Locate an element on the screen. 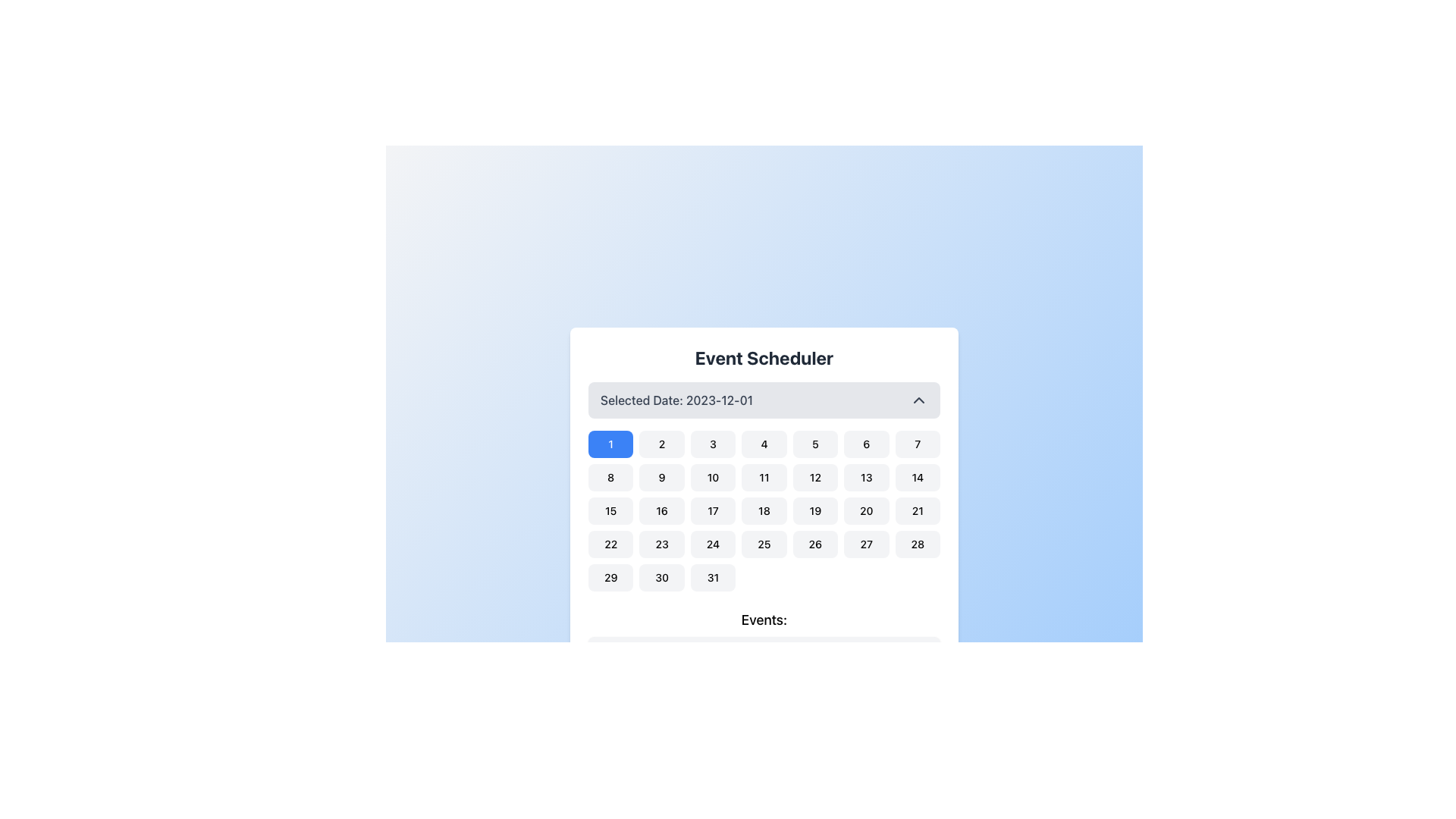  the small button with a light gray background and rounded corners that contains the text '2', located in the top row of the calendar grid is located at coordinates (662, 444).